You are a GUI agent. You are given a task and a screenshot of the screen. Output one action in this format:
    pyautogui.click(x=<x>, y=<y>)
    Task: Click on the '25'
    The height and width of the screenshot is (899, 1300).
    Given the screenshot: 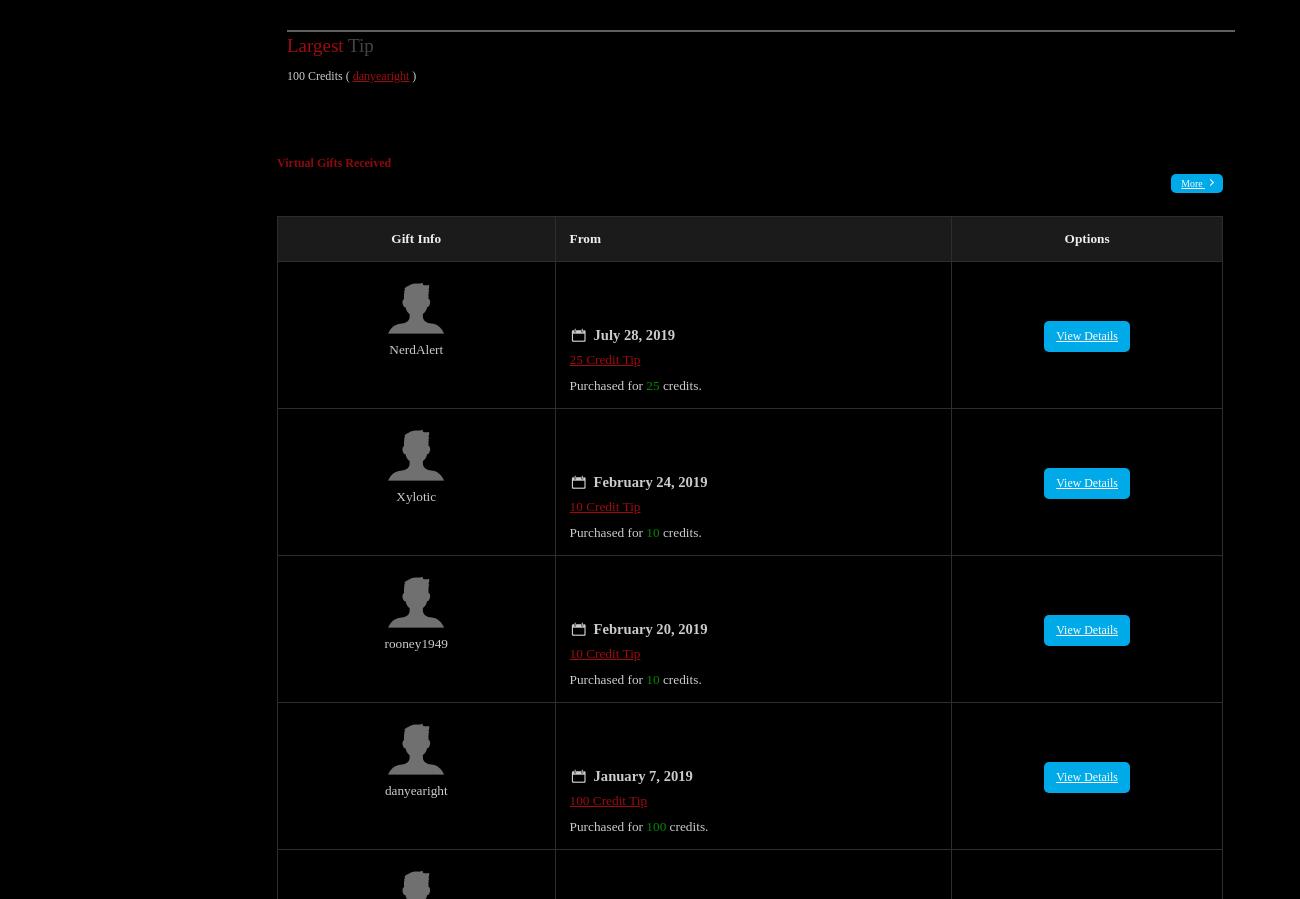 What is the action you would take?
    pyautogui.click(x=651, y=362)
    